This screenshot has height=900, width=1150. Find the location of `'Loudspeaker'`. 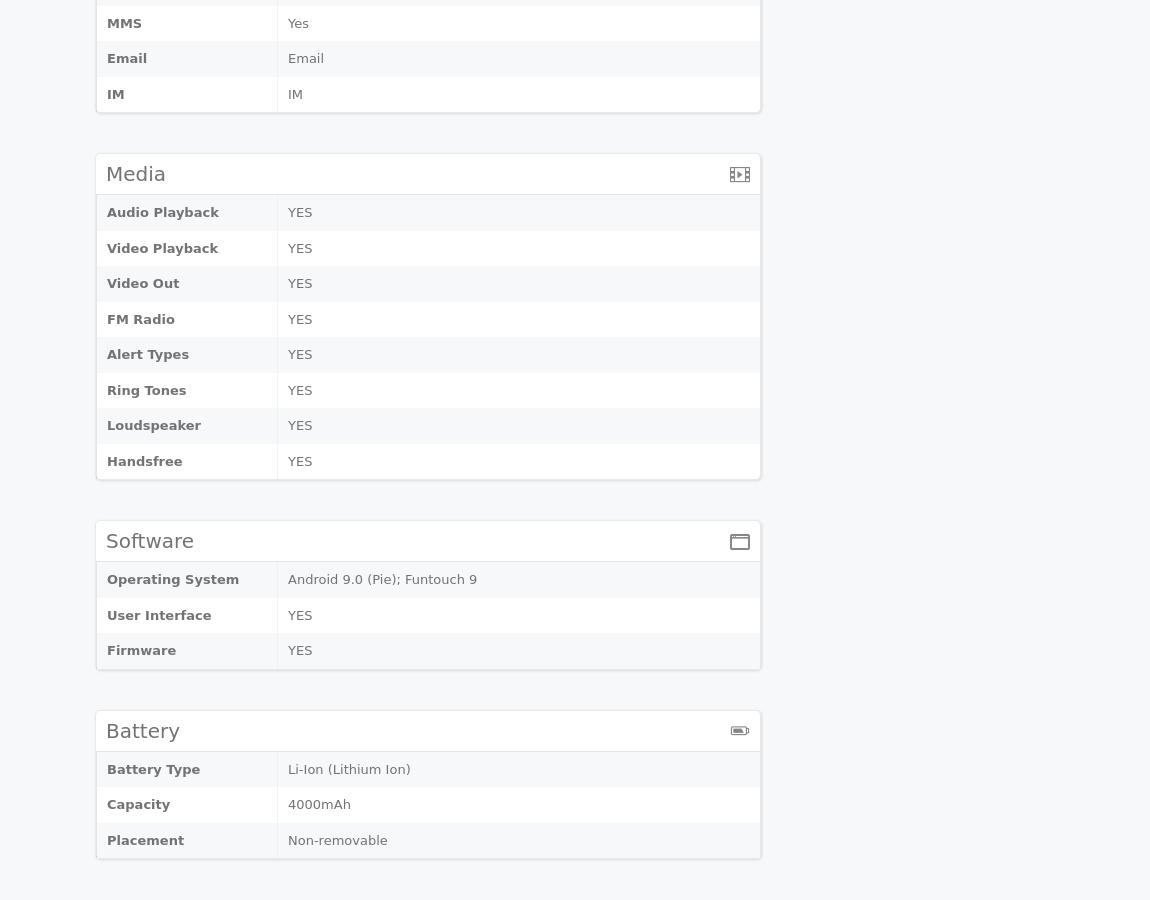

'Loudspeaker' is located at coordinates (152, 425).